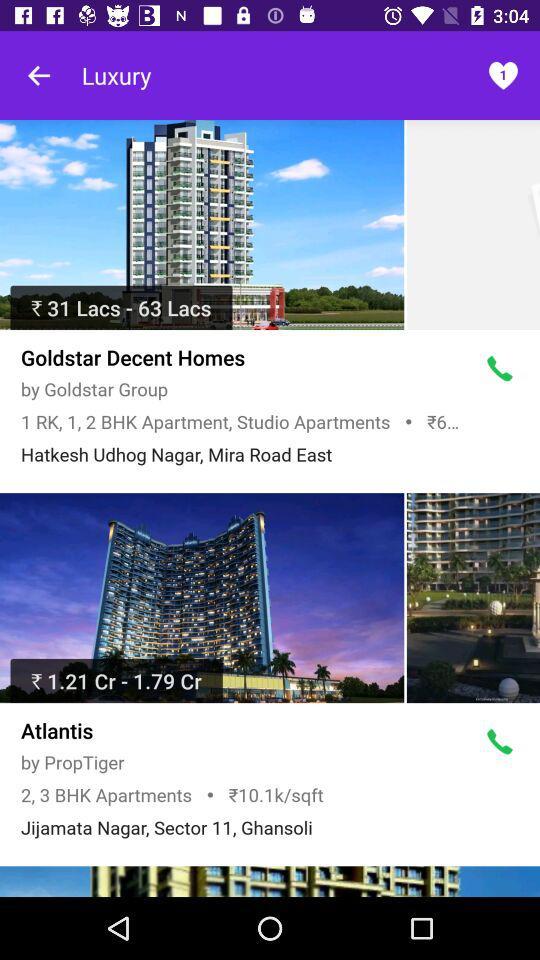 Image resolution: width=540 pixels, height=960 pixels. I want to click on button to call the business, so click(499, 368).